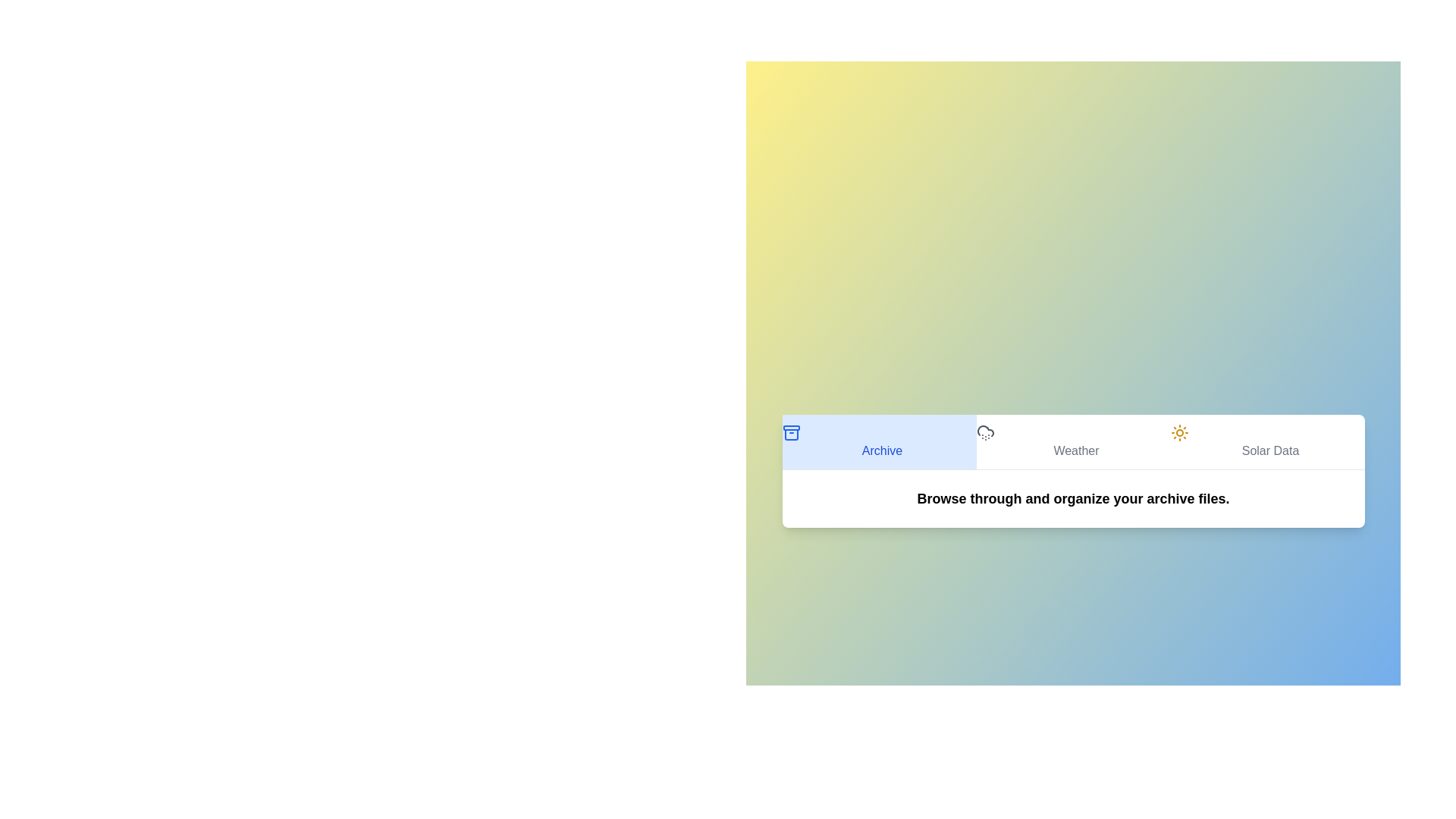  Describe the element at coordinates (879, 441) in the screenshot. I see `the Archive tab` at that location.